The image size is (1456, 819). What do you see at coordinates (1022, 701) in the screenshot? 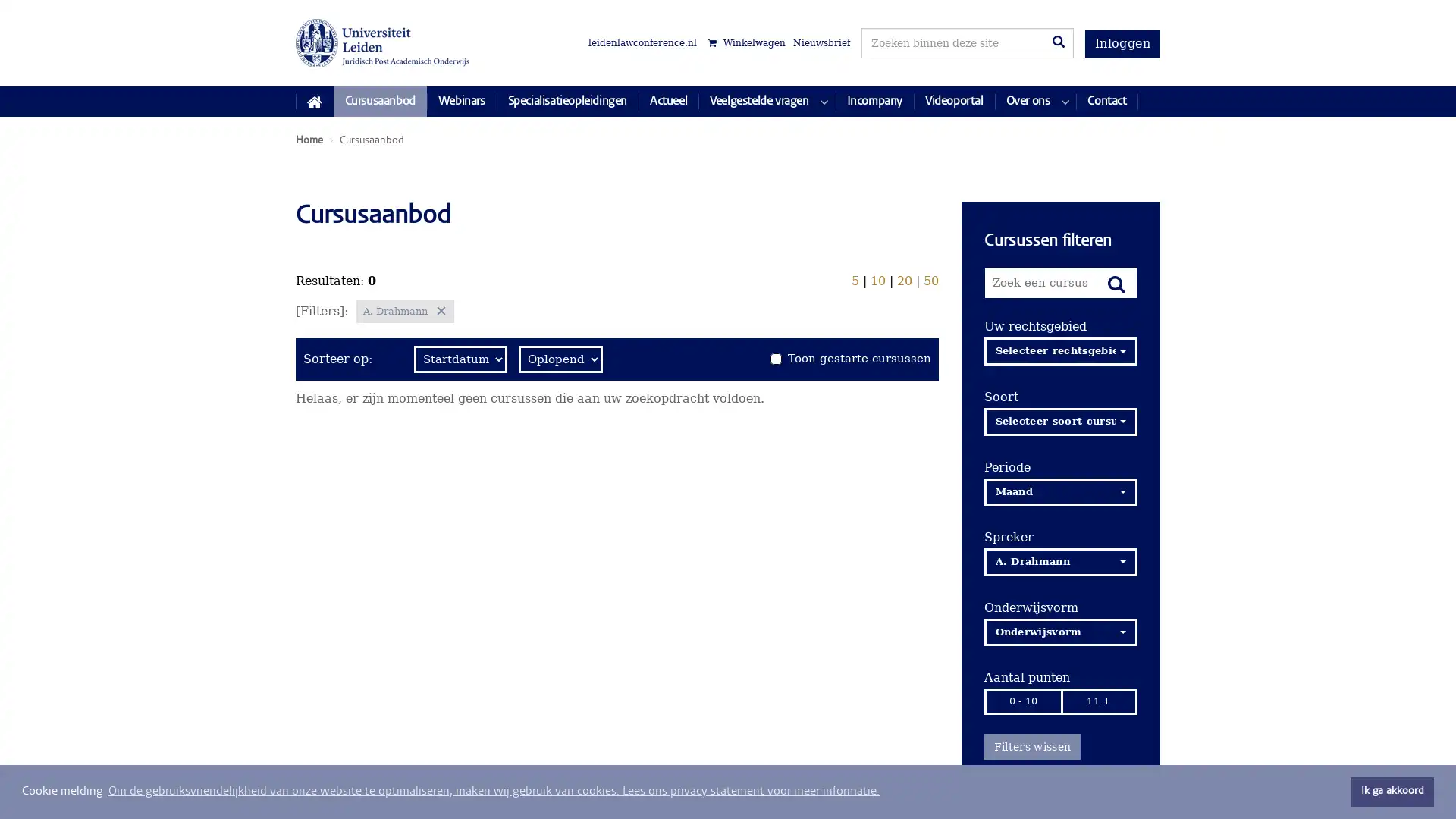
I see `0 - 10` at bounding box center [1022, 701].